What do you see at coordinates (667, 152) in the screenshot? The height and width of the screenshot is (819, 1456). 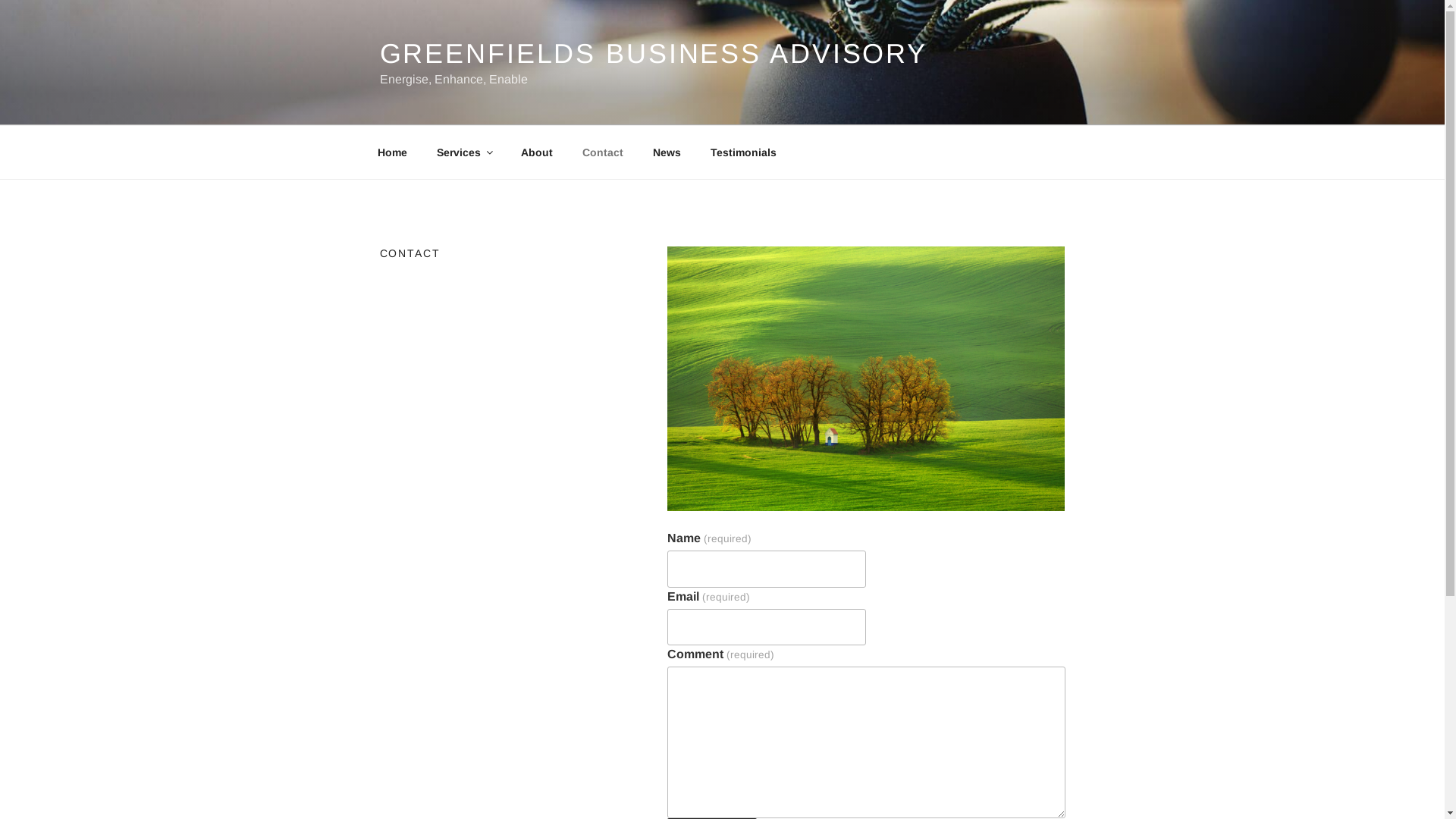 I see `'News'` at bounding box center [667, 152].